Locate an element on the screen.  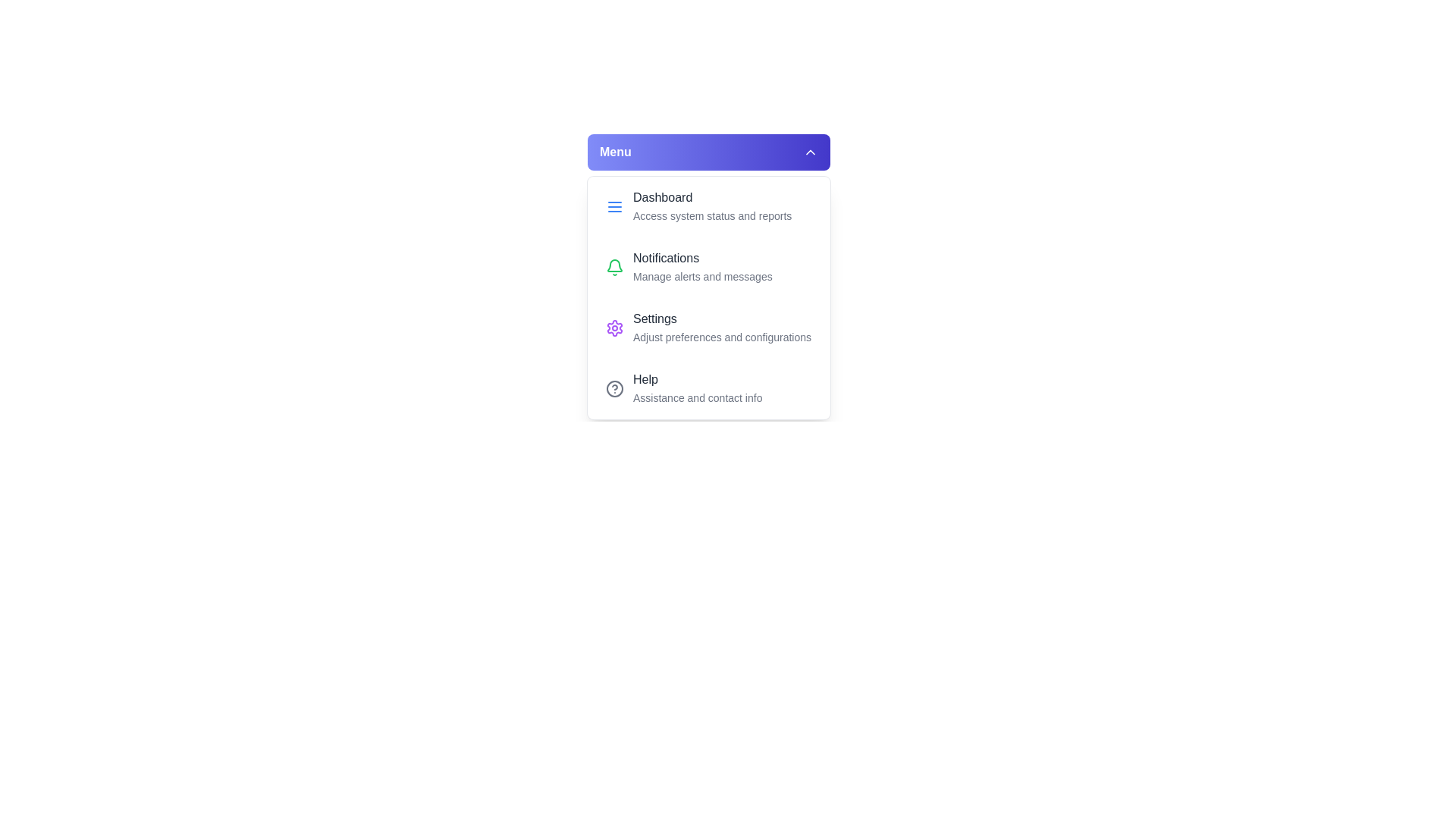
the settings button located in the dropdown menu, positioned below the 'Notifications' item and above the 'Help' item is located at coordinates (708, 327).